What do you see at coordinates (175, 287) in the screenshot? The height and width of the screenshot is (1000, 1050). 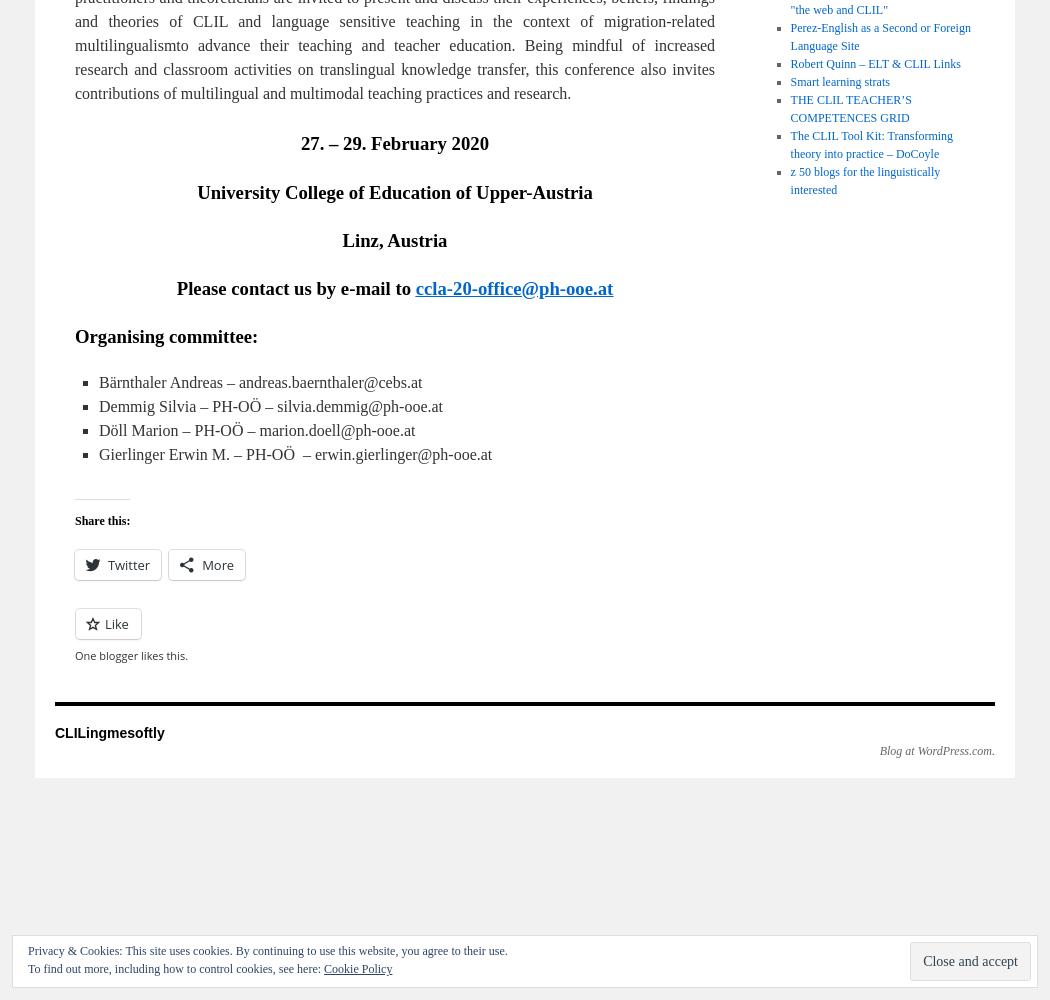 I see `'Please contact us by e-mail to'` at bounding box center [175, 287].